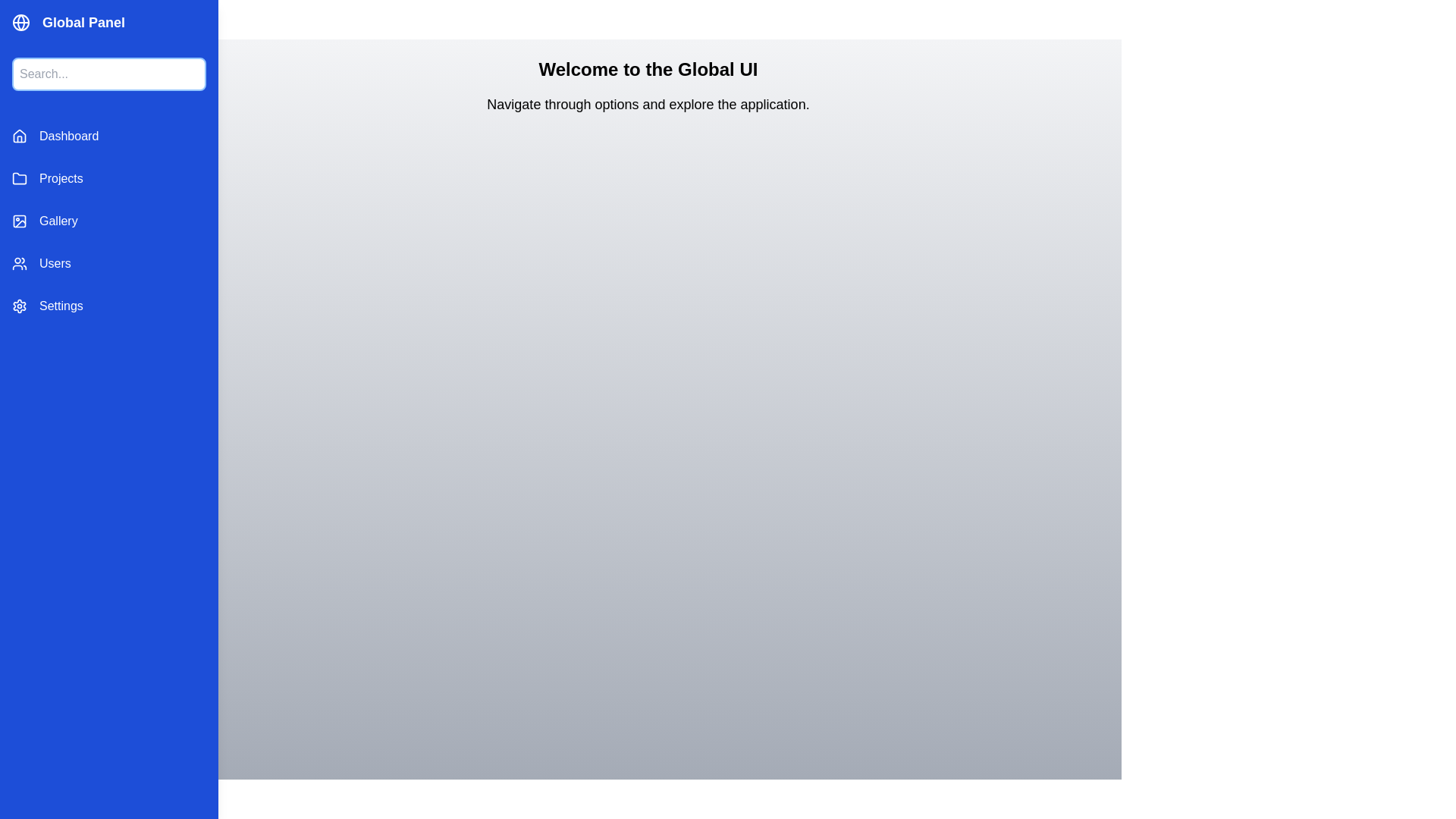 The image size is (1456, 819). Describe the element at coordinates (108, 262) in the screenshot. I see `the navigation item labeled Users to switch to its corresponding view` at that location.